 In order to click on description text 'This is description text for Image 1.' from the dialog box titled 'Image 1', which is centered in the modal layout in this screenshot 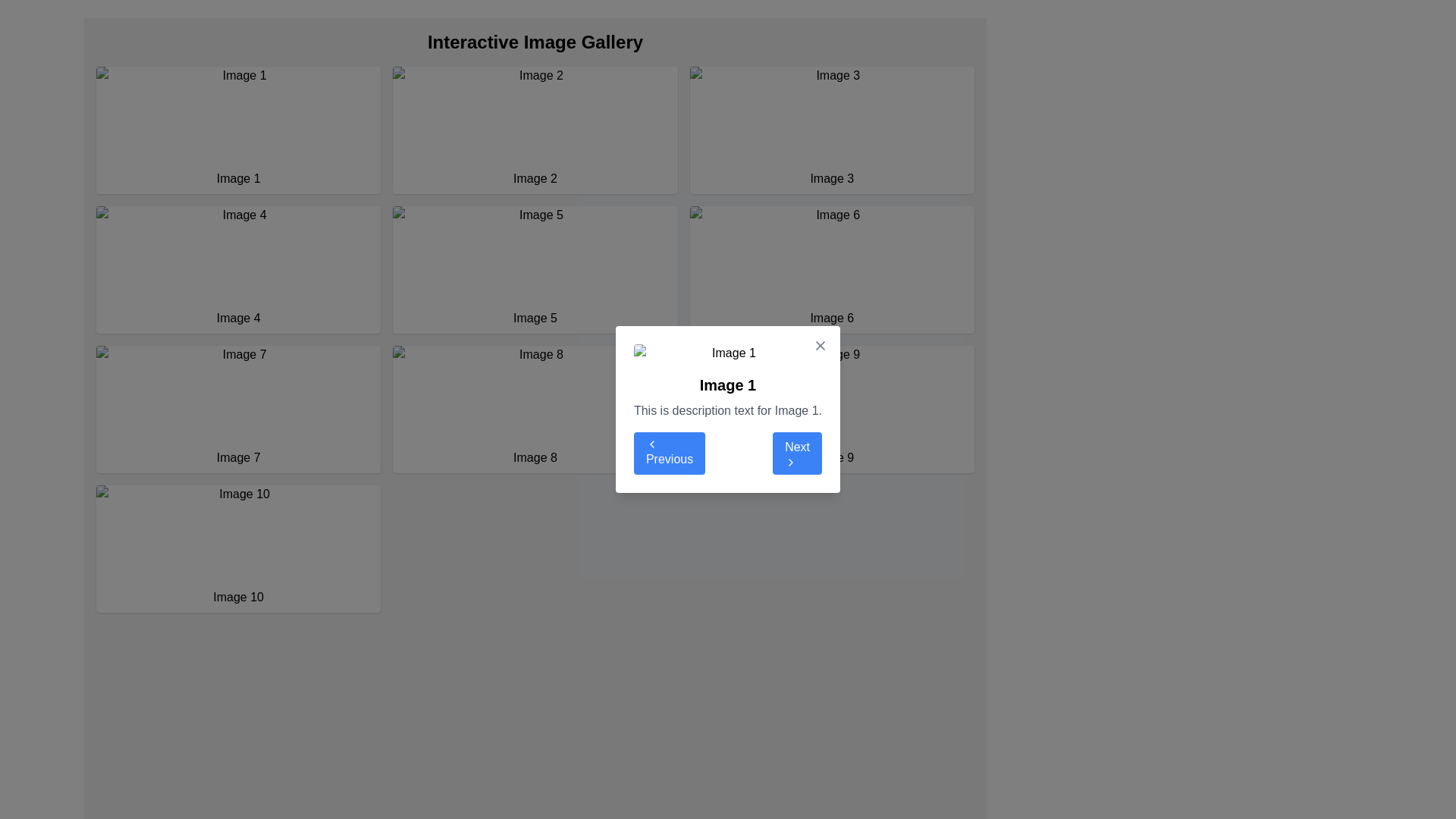, I will do `click(728, 409)`.